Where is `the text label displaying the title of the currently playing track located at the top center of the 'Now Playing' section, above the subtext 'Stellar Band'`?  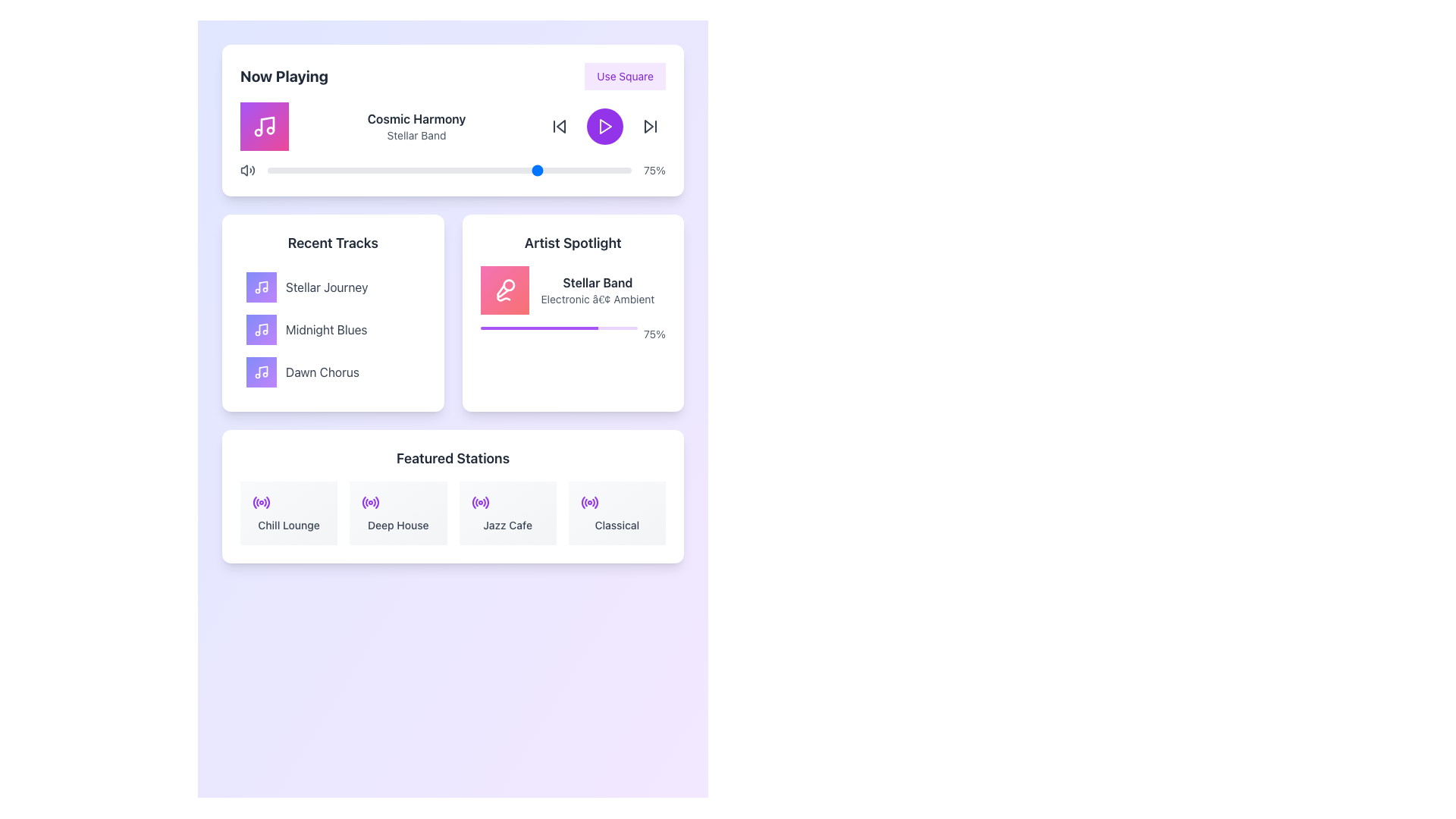 the text label displaying the title of the currently playing track located at the top center of the 'Now Playing' section, above the subtext 'Stellar Band' is located at coordinates (416, 118).